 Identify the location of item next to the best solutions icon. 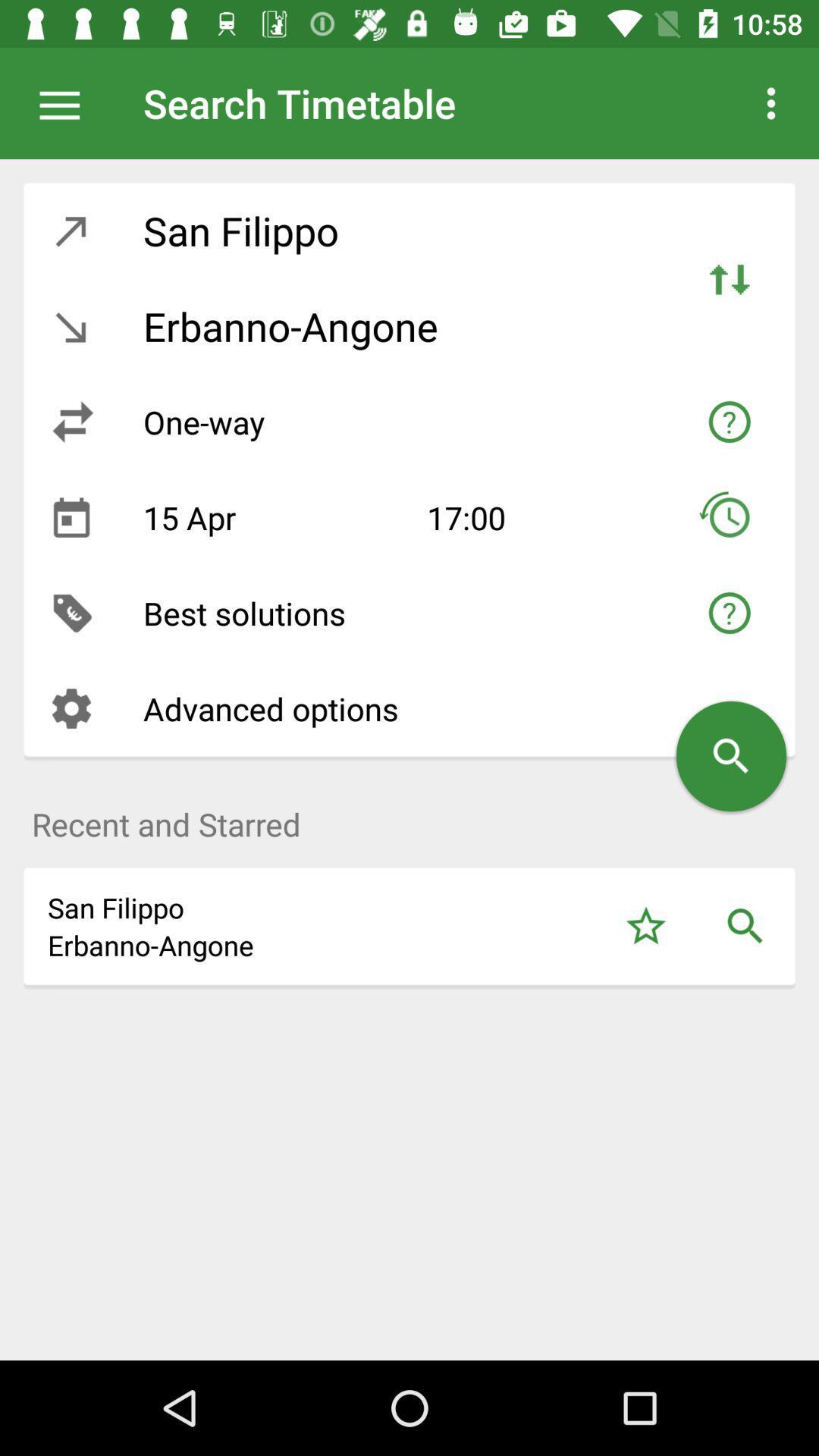
(71, 613).